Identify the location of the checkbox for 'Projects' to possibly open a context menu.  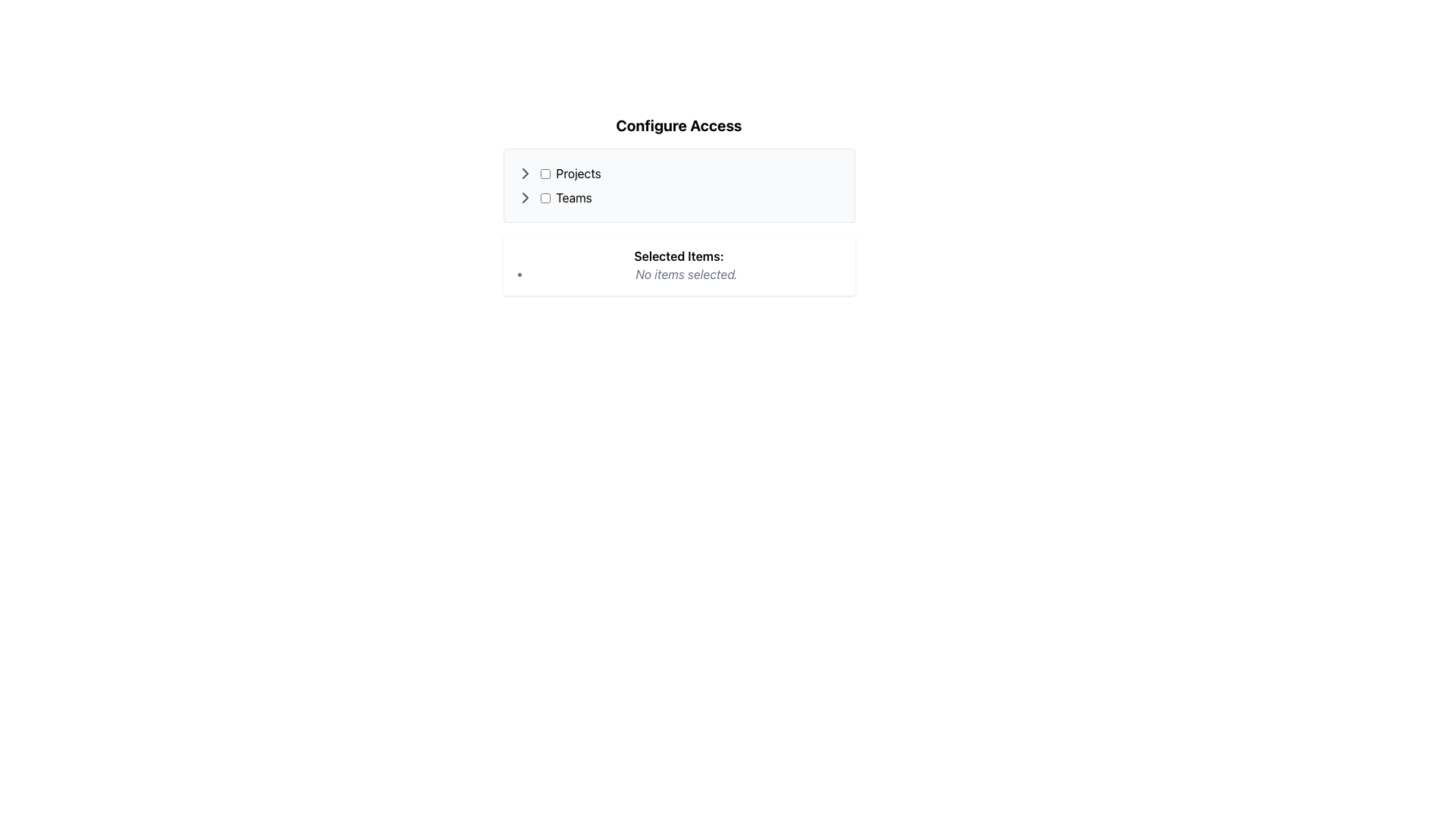
(545, 172).